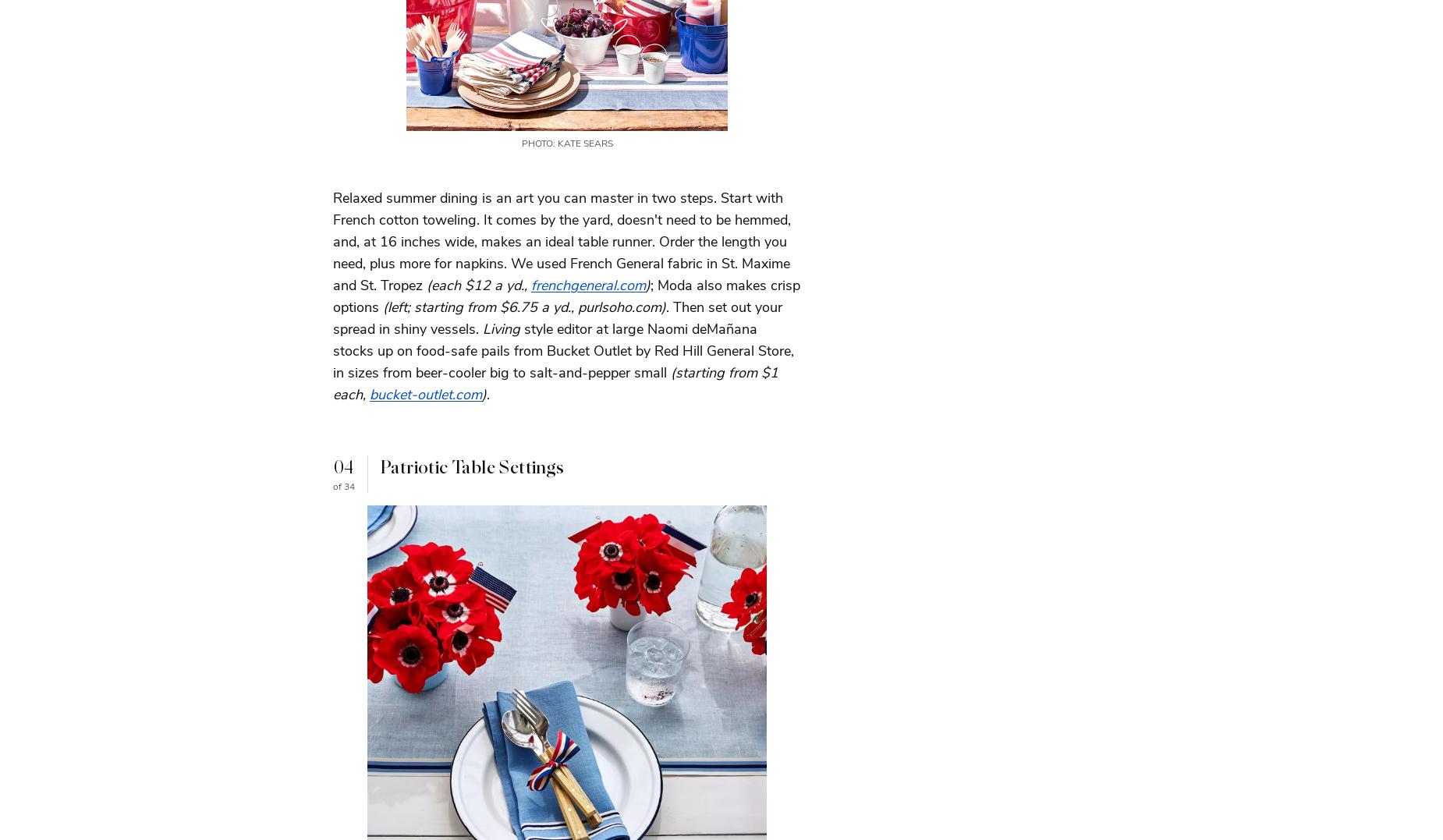  I want to click on '(starting from $1 each,', so click(555, 383).